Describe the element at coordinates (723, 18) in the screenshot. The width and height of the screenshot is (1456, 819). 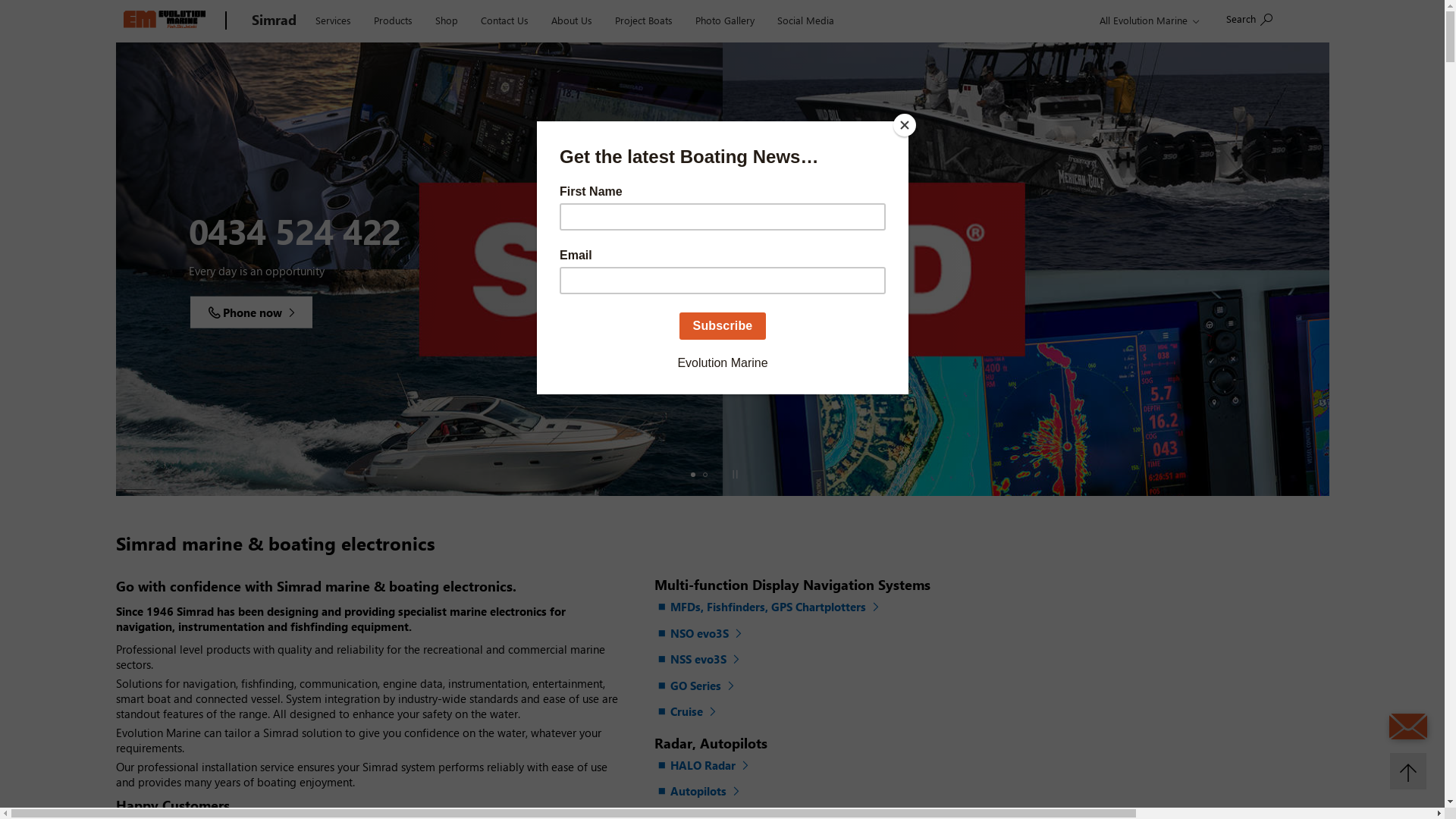
I see `'Photo Gallery'` at that location.